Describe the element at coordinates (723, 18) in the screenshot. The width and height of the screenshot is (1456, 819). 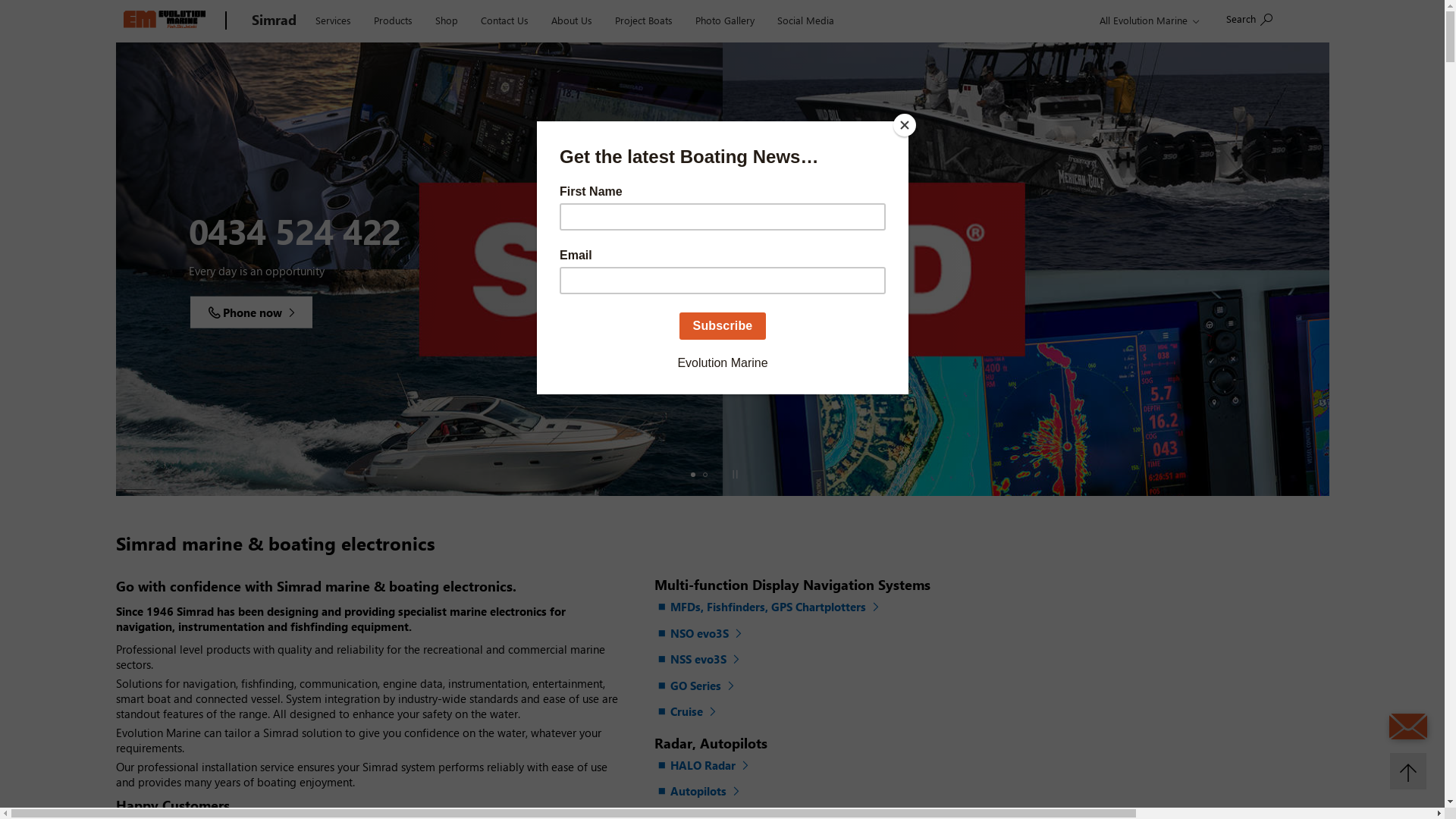
I see `'Photo Gallery'` at that location.